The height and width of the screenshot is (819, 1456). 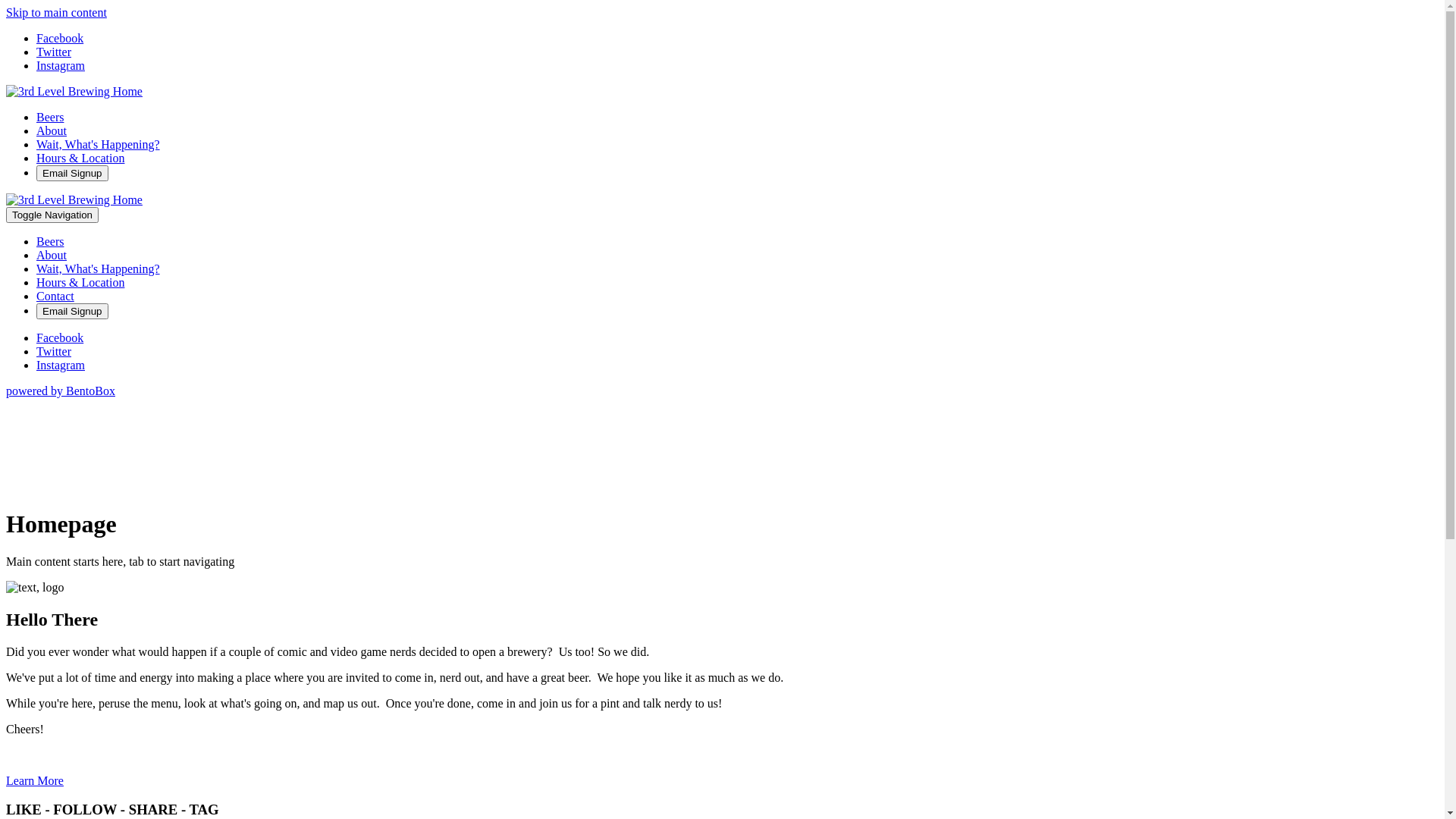 I want to click on 'Beers', so click(x=50, y=116).